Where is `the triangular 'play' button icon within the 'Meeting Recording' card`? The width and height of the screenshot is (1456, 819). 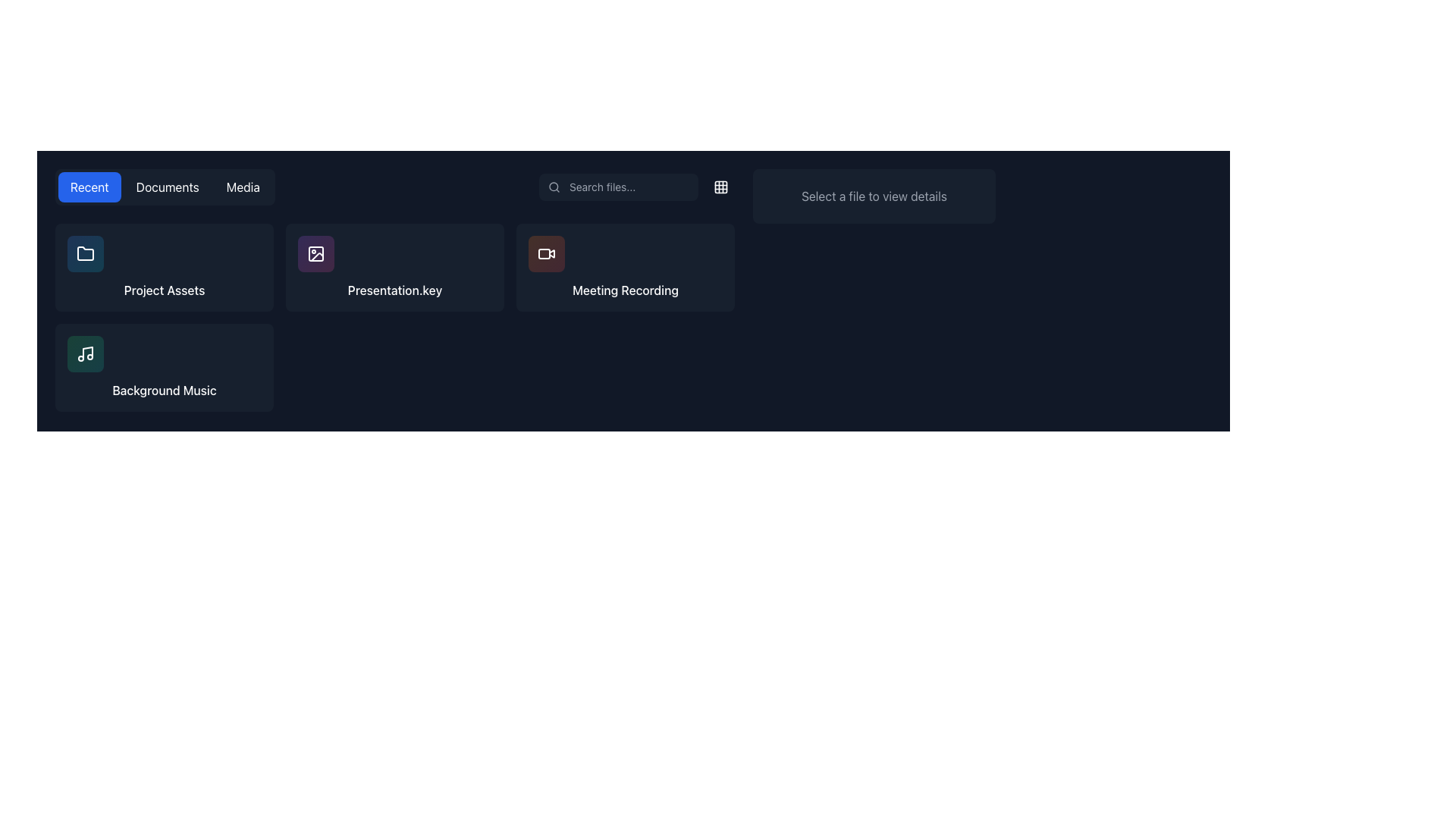 the triangular 'play' button icon within the 'Meeting Recording' card is located at coordinates (551, 253).